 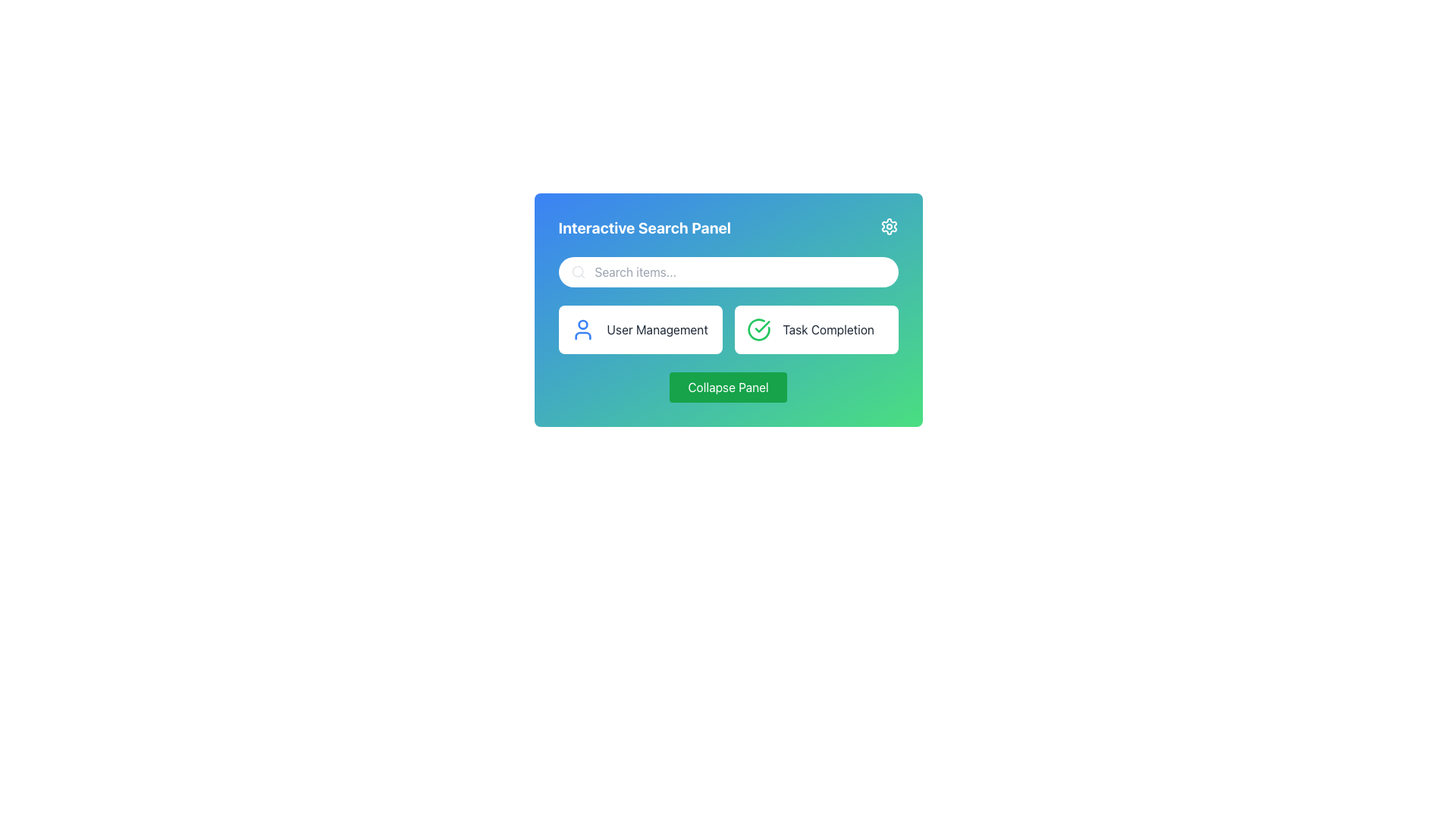 I want to click on the 'User Management' icon located towards the left side of the main panel, above the text label in the card interface, so click(x=582, y=335).